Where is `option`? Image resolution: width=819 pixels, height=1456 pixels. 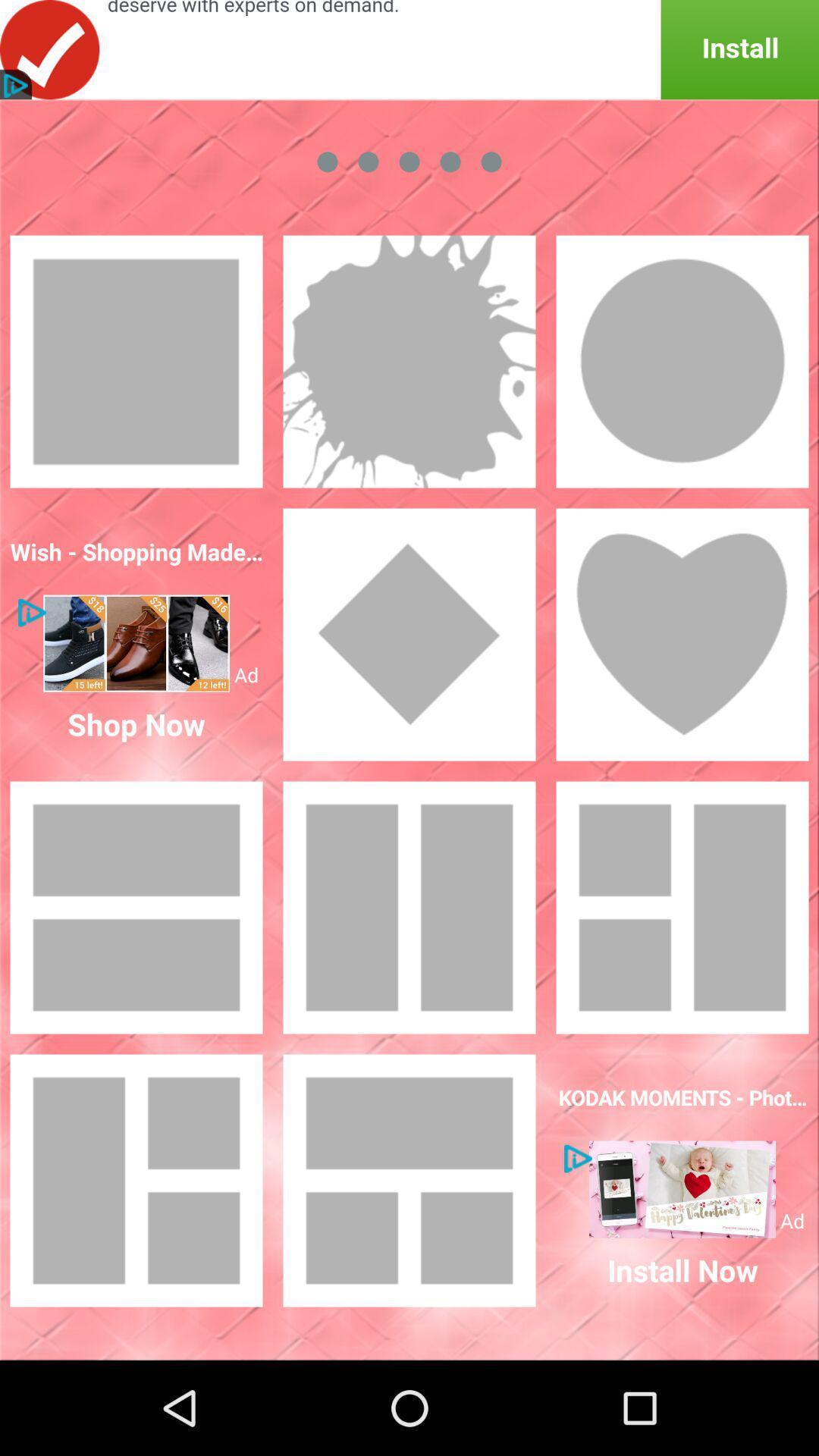 option is located at coordinates (681, 1188).